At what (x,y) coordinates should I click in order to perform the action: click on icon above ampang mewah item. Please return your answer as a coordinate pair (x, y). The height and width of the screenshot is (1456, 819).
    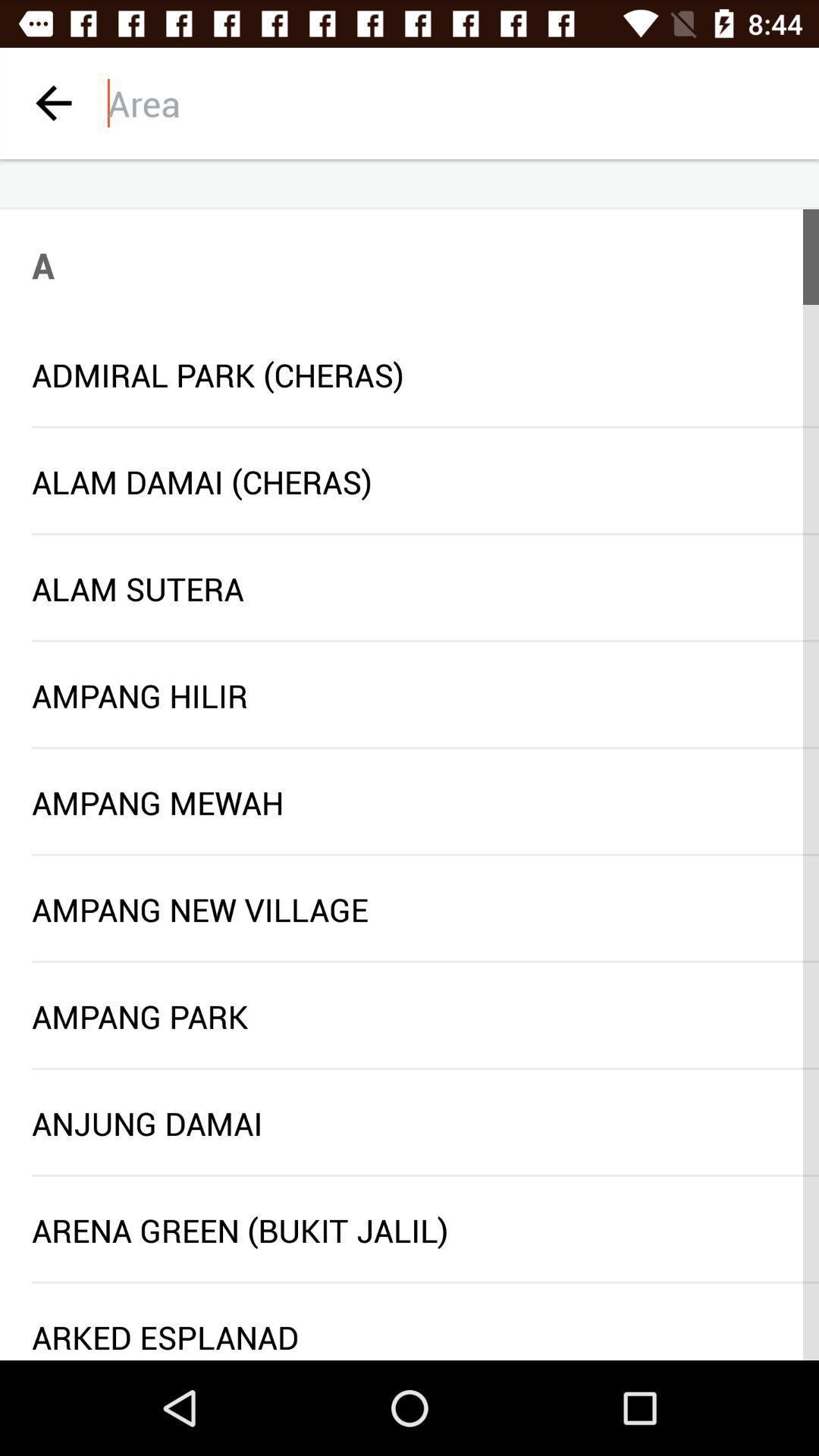
    Looking at the image, I should click on (425, 748).